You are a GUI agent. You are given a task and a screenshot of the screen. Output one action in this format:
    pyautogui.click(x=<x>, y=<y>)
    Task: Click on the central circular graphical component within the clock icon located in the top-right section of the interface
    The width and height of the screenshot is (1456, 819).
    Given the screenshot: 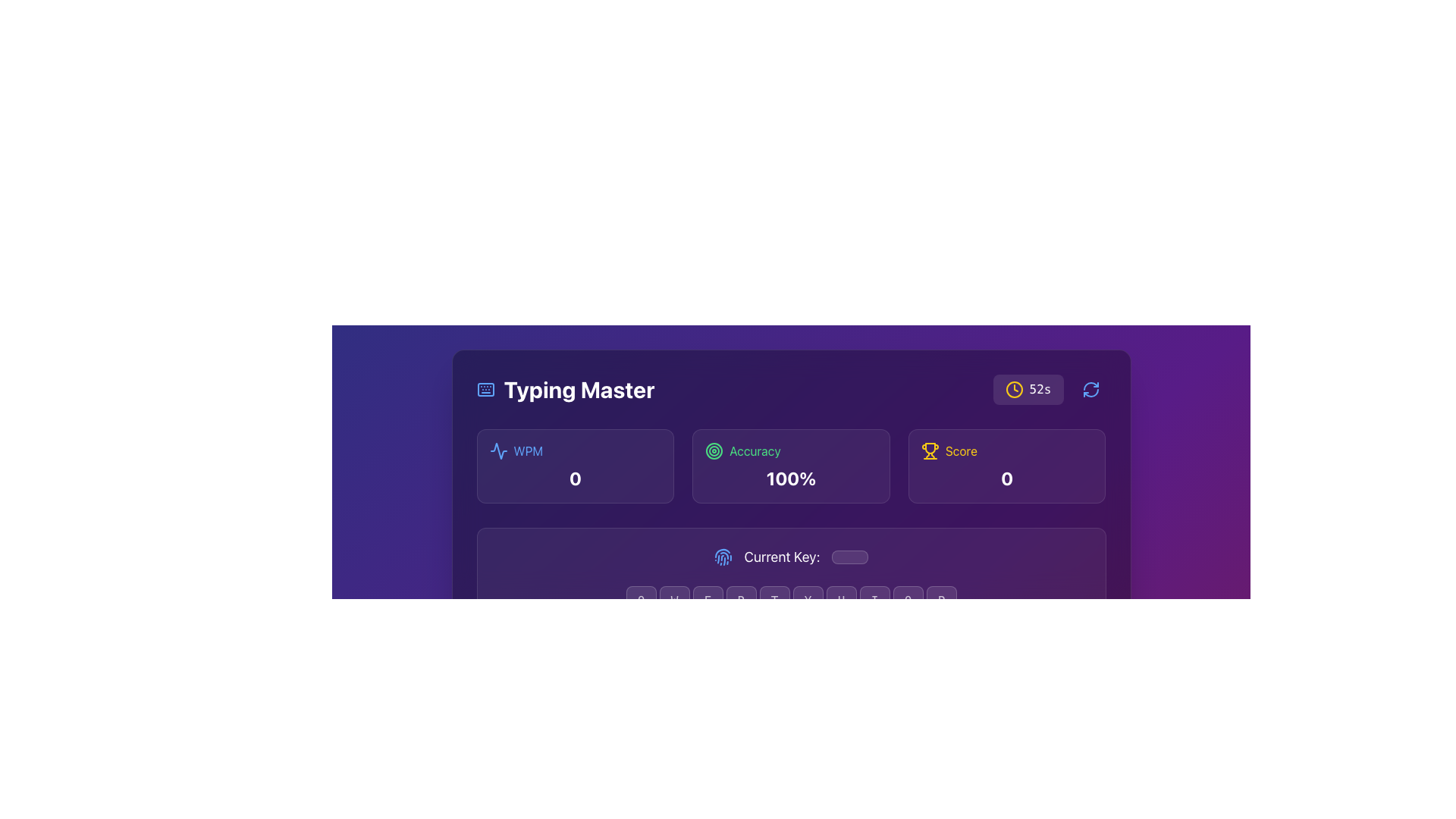 What is the action you would take?
    pyautogui.click(x=1014, y=388)
    